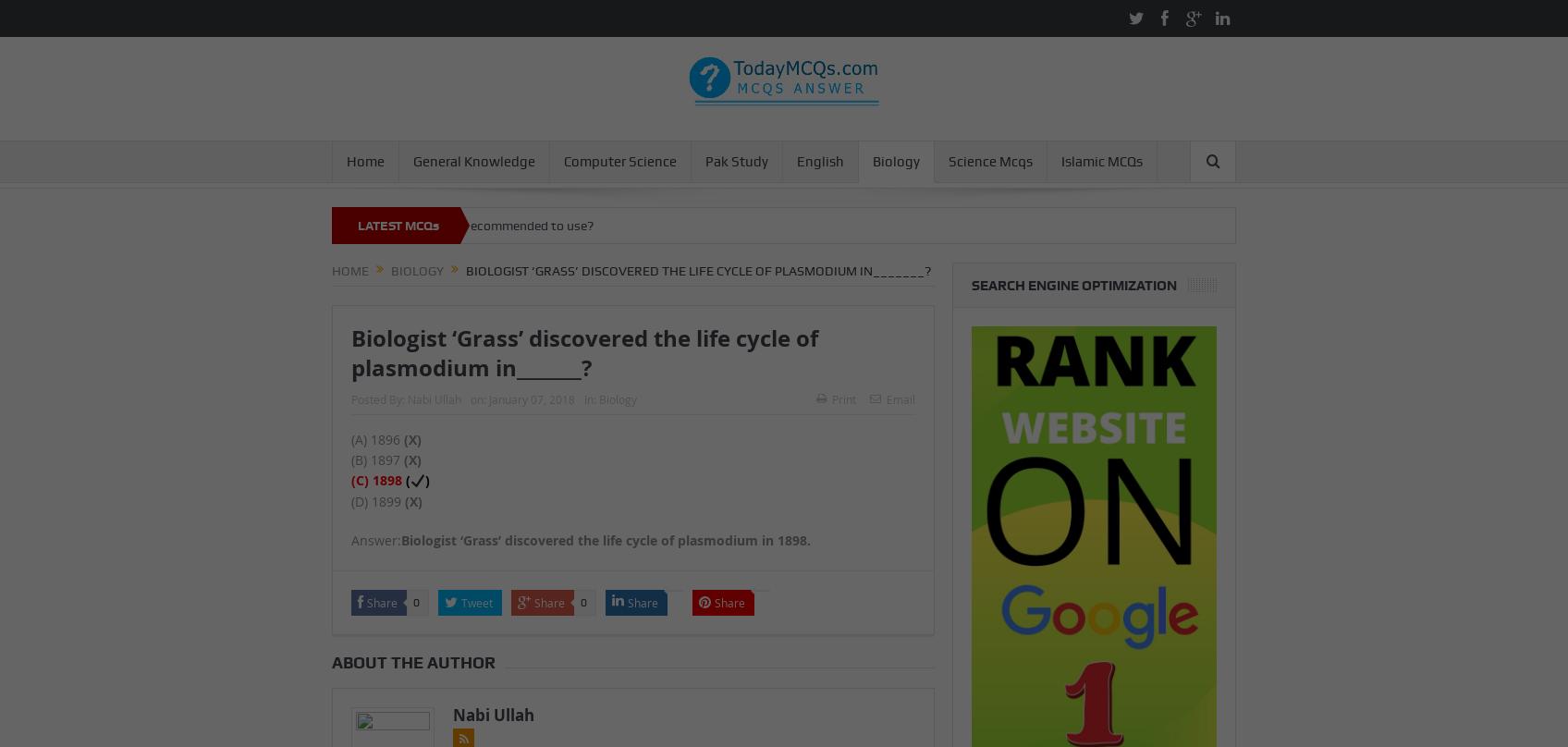 This screenshot has width=1568, height=747. Describe the element at coordinates (1101, 161) in the screenshot. I see `'Islamic MCQs'` at that location.